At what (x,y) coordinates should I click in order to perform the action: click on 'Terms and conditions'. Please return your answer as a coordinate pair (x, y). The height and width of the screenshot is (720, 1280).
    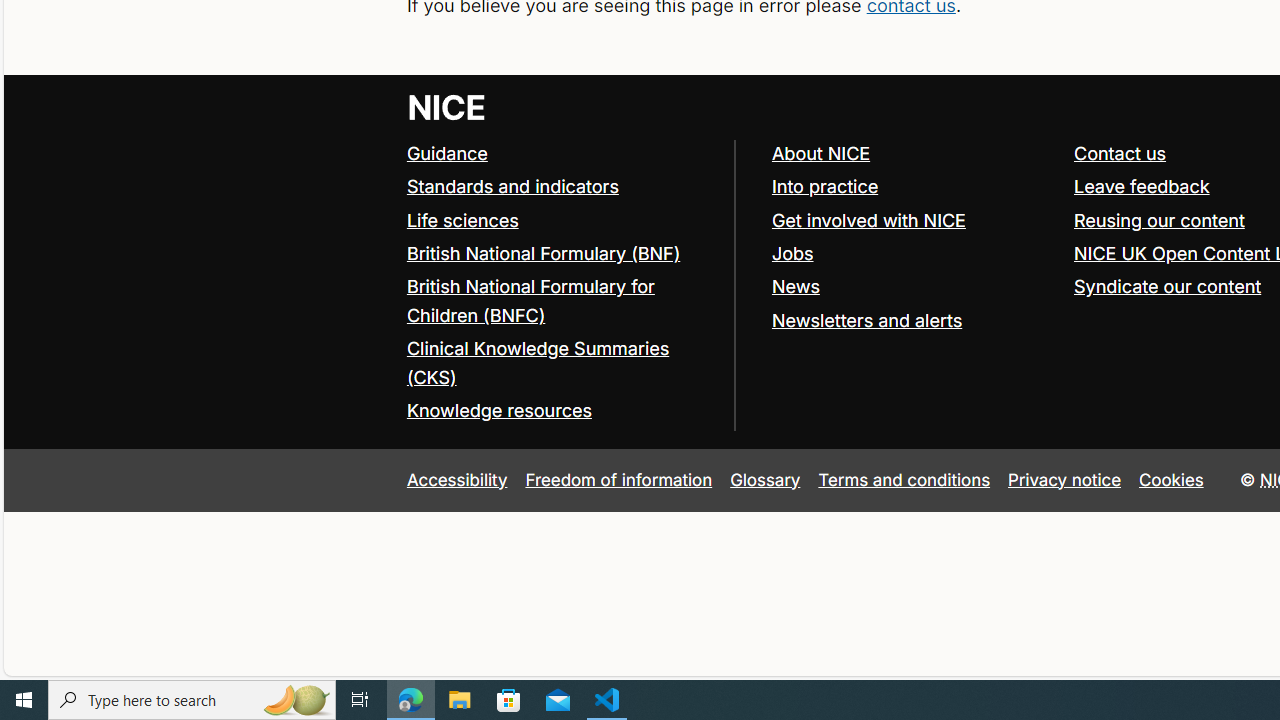
    Looking at the image, I should click on (903, 479).